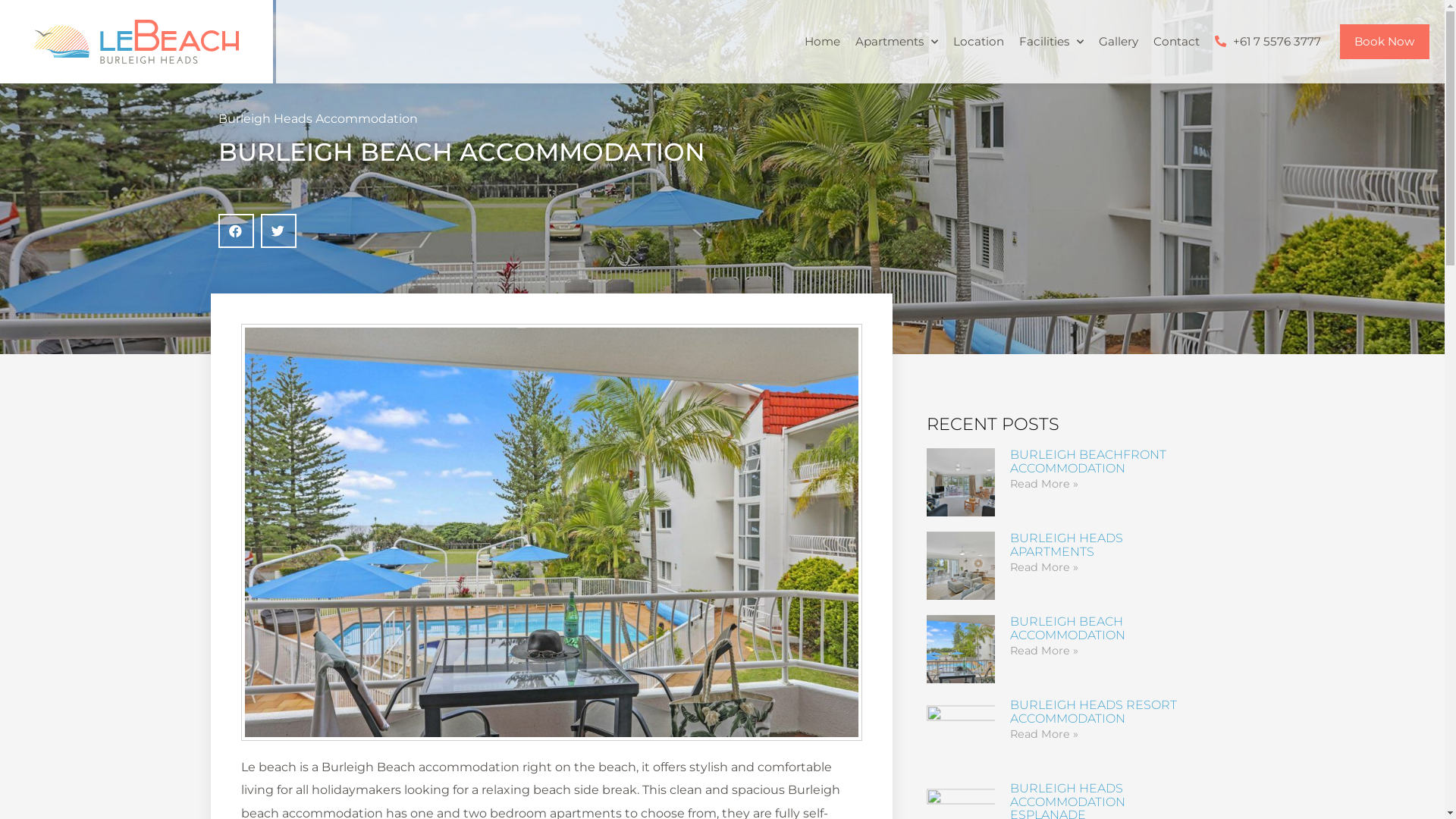  Describe the element at coordinates (218, 118) in the screenshot. I see `'Burleigh Heads Accommodation'` at that location.